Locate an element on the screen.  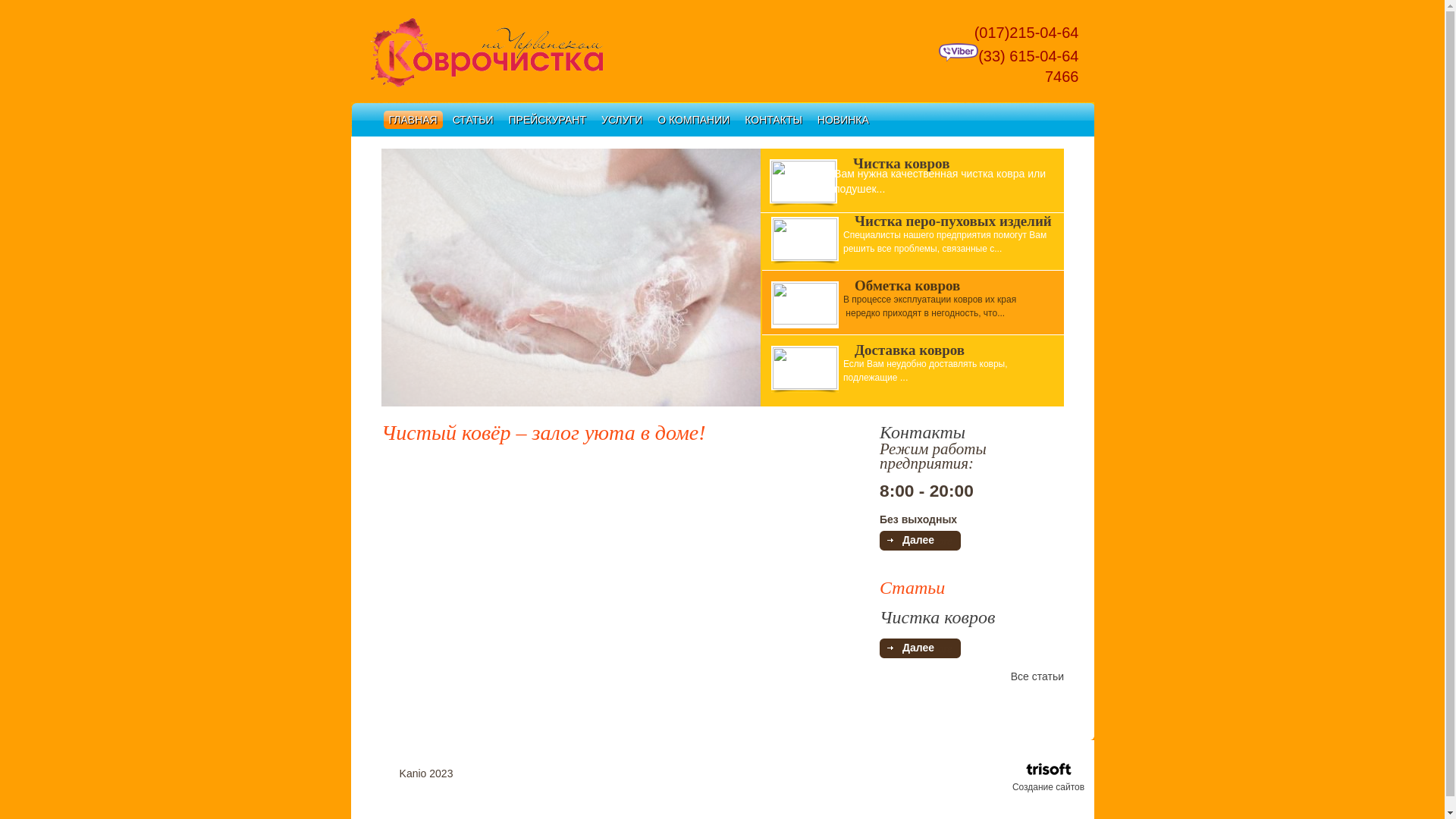
'(017)215-04-64' is located at coordinates (1020, 32).